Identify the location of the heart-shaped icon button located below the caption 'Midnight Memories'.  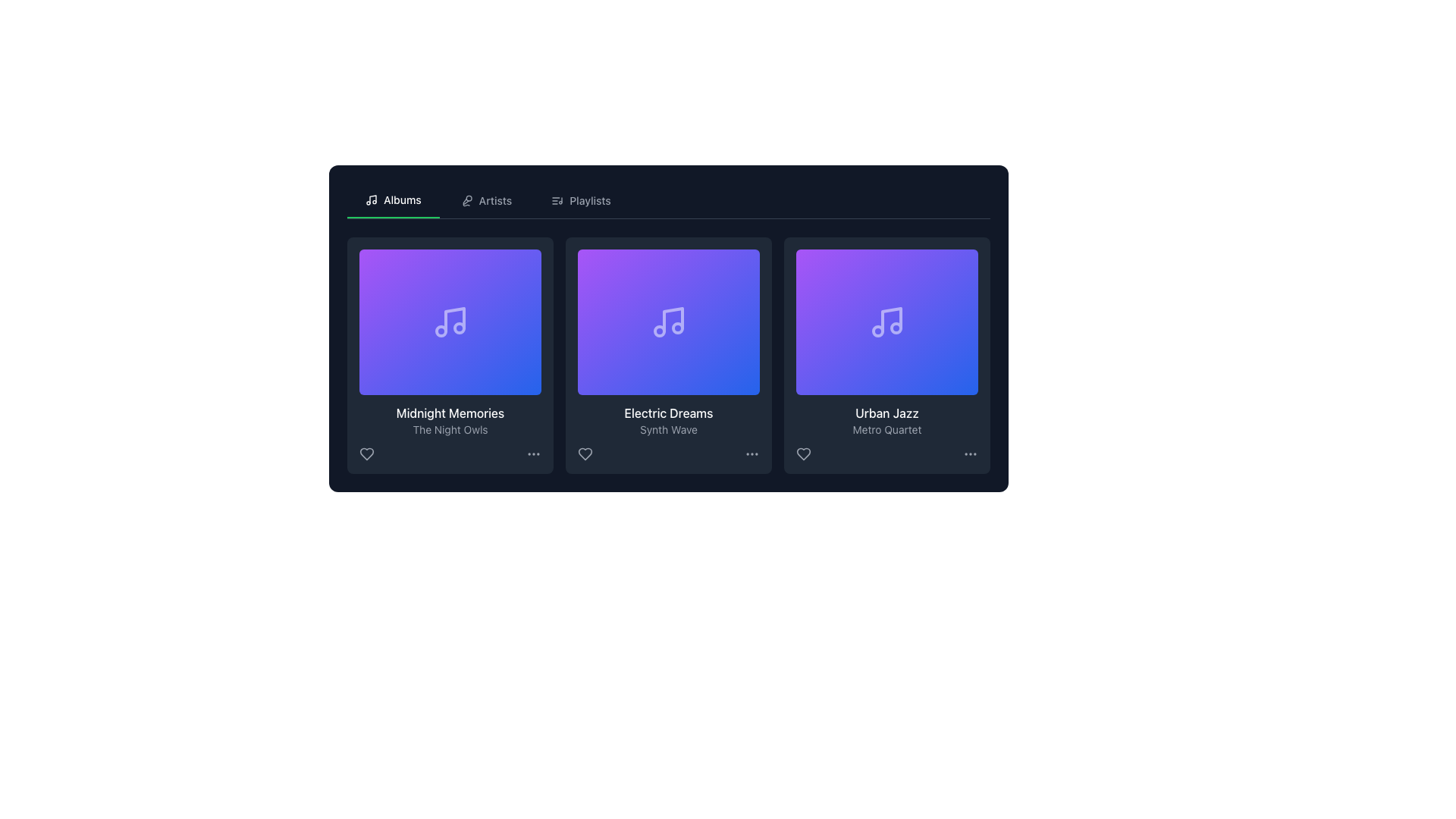
(367, 453).